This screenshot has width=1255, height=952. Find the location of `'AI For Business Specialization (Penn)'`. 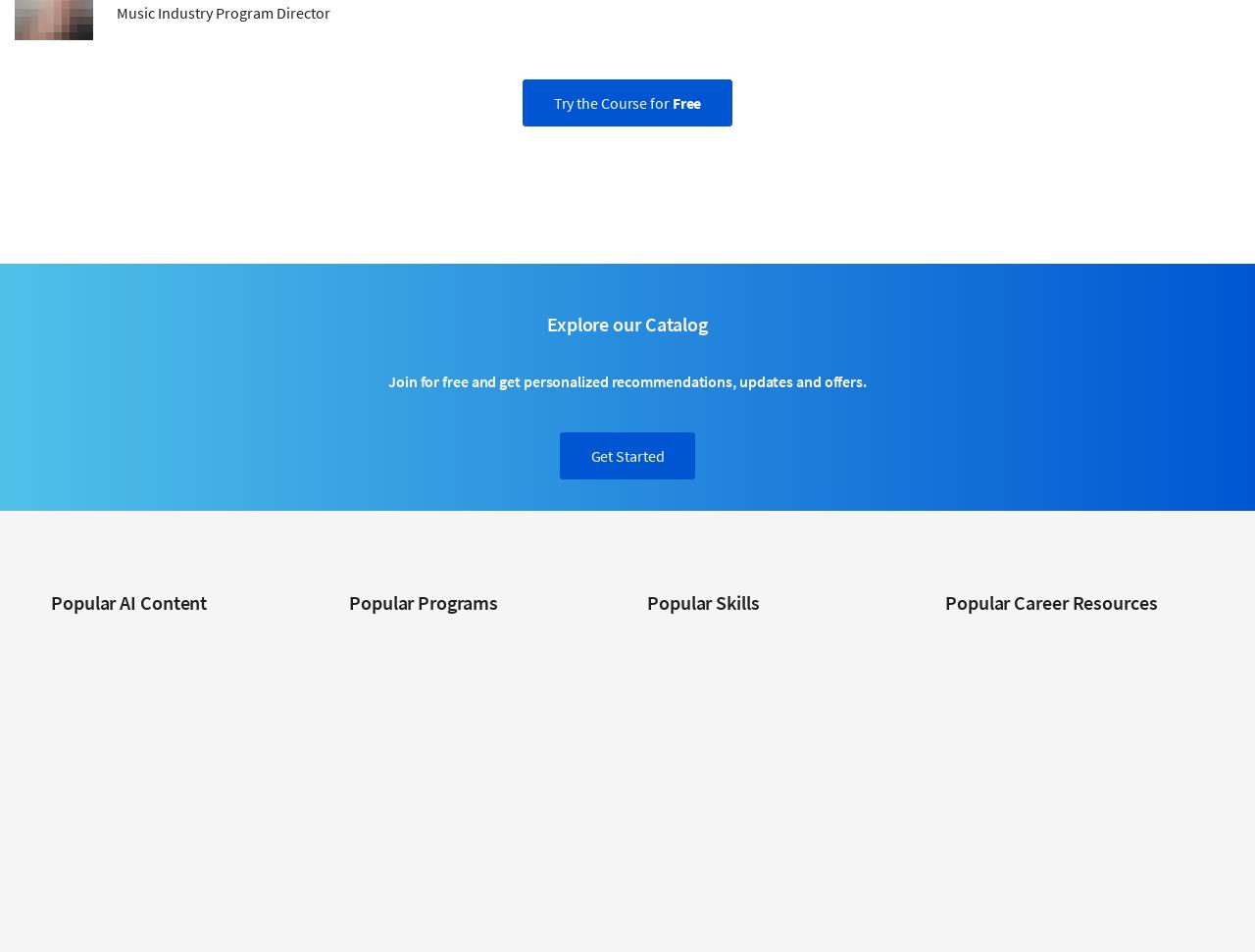

'AI For Business Specialization (Penn)' is located at coordinates (50, 636).